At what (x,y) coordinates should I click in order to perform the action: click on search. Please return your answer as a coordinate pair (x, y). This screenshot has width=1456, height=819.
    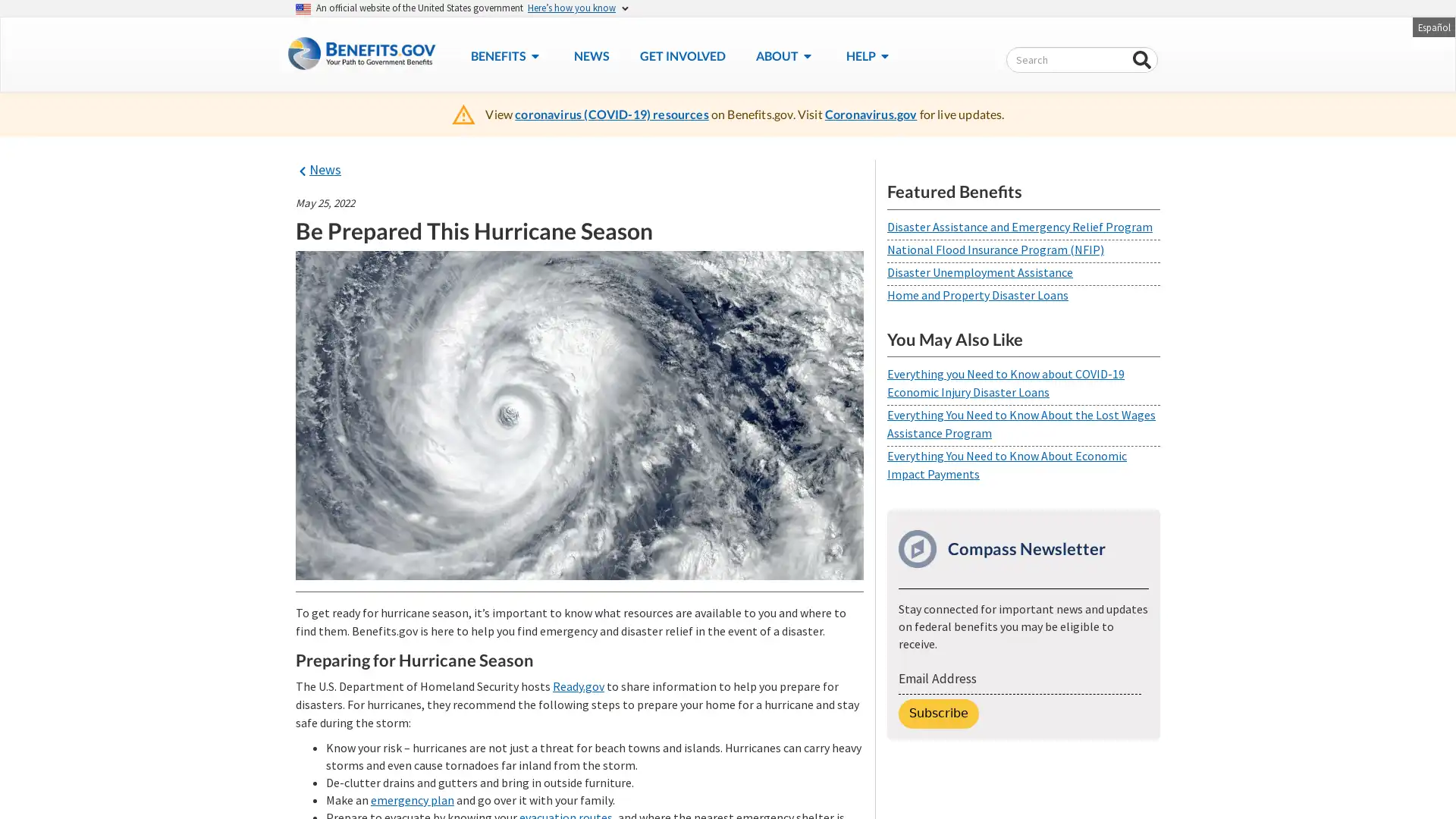
    Looking at the image, I should click on (1142, 60).